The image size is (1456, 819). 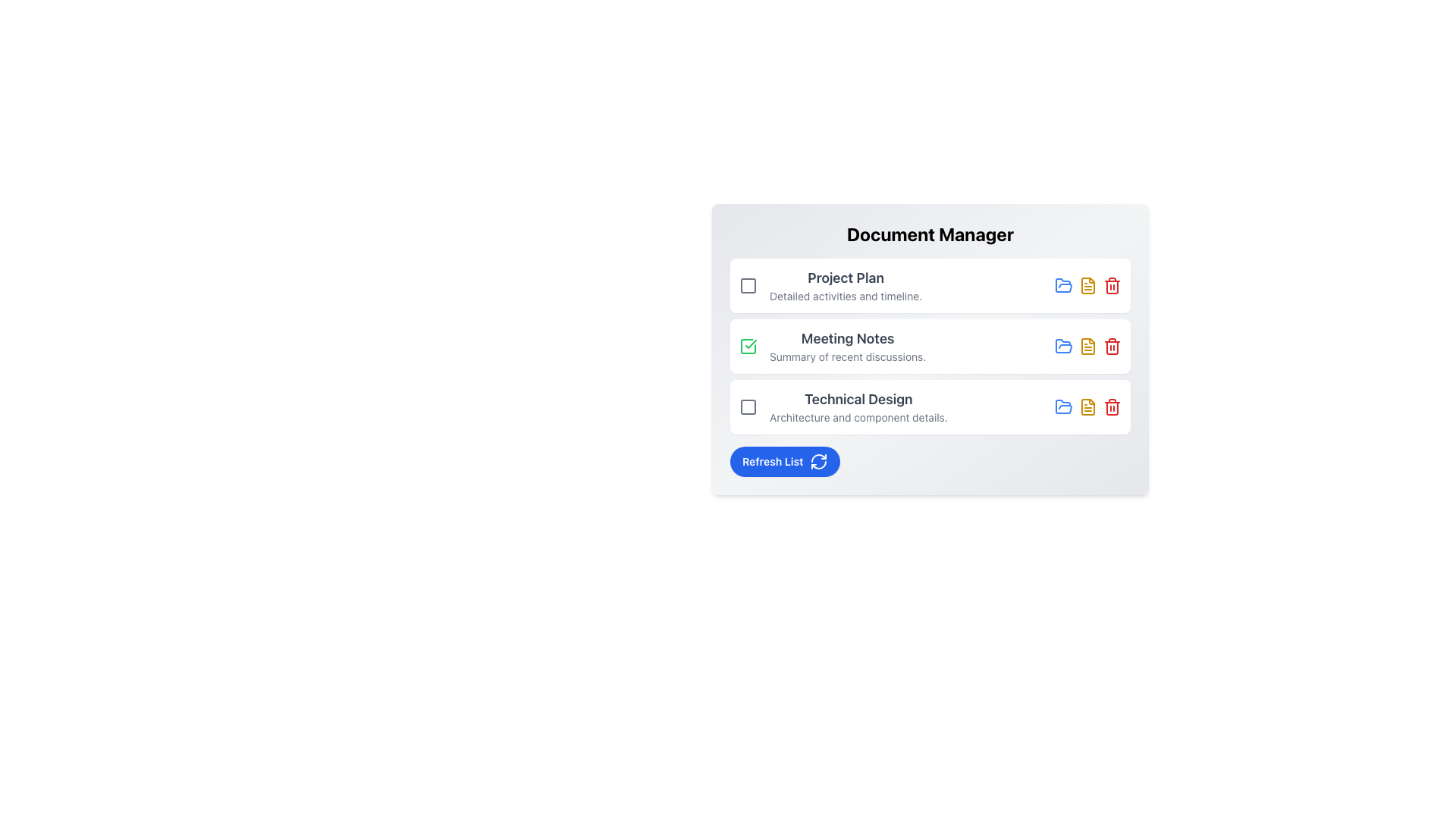 I want to click on the middle icon representing the 'Meeting Notes' document, so click(x=1087, y=346).